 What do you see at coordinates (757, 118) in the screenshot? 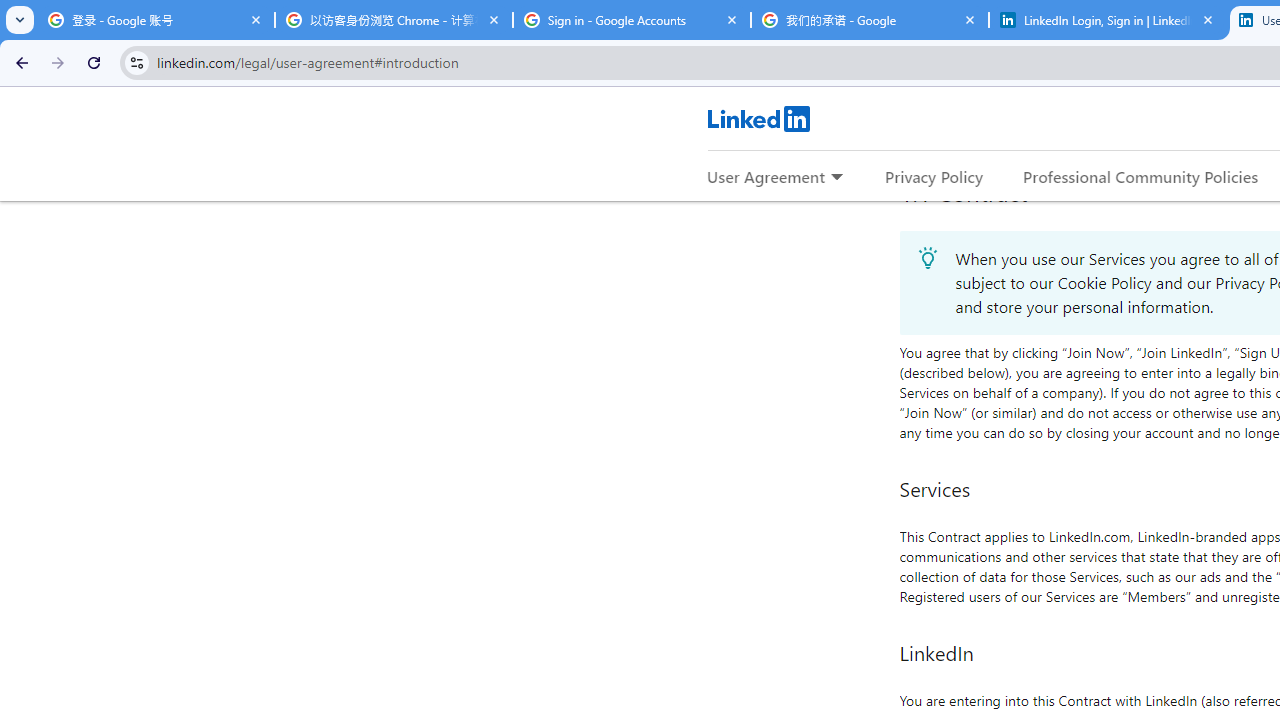
I see `'LinkedIn Logo'` at bounding box center [757, 118].